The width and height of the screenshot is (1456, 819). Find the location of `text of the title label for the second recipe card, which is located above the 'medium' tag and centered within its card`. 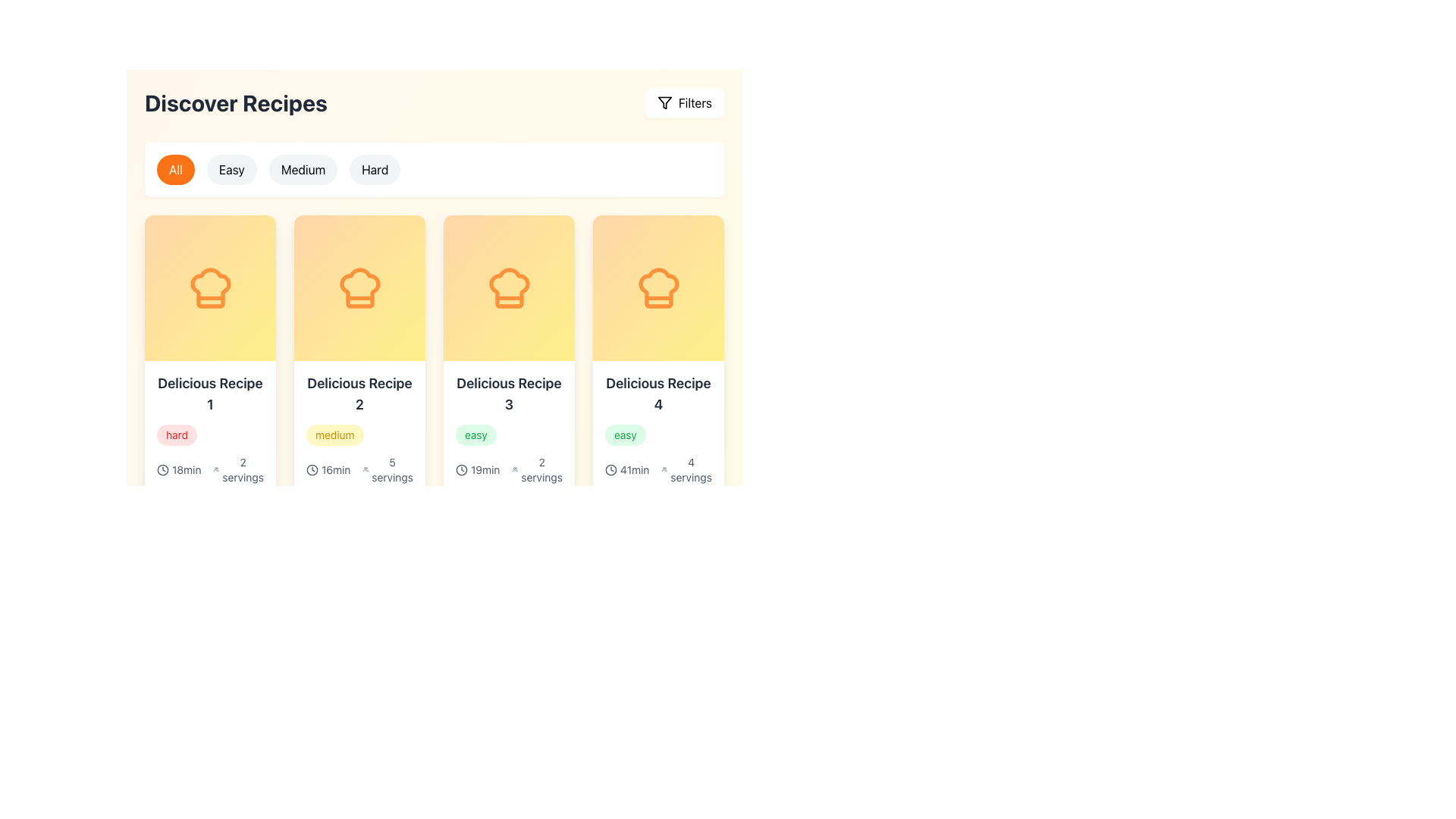

text of the title label for the second recipe card, which is located above the 'medium' tag and centered within its card is located at coordinates (359, 394).